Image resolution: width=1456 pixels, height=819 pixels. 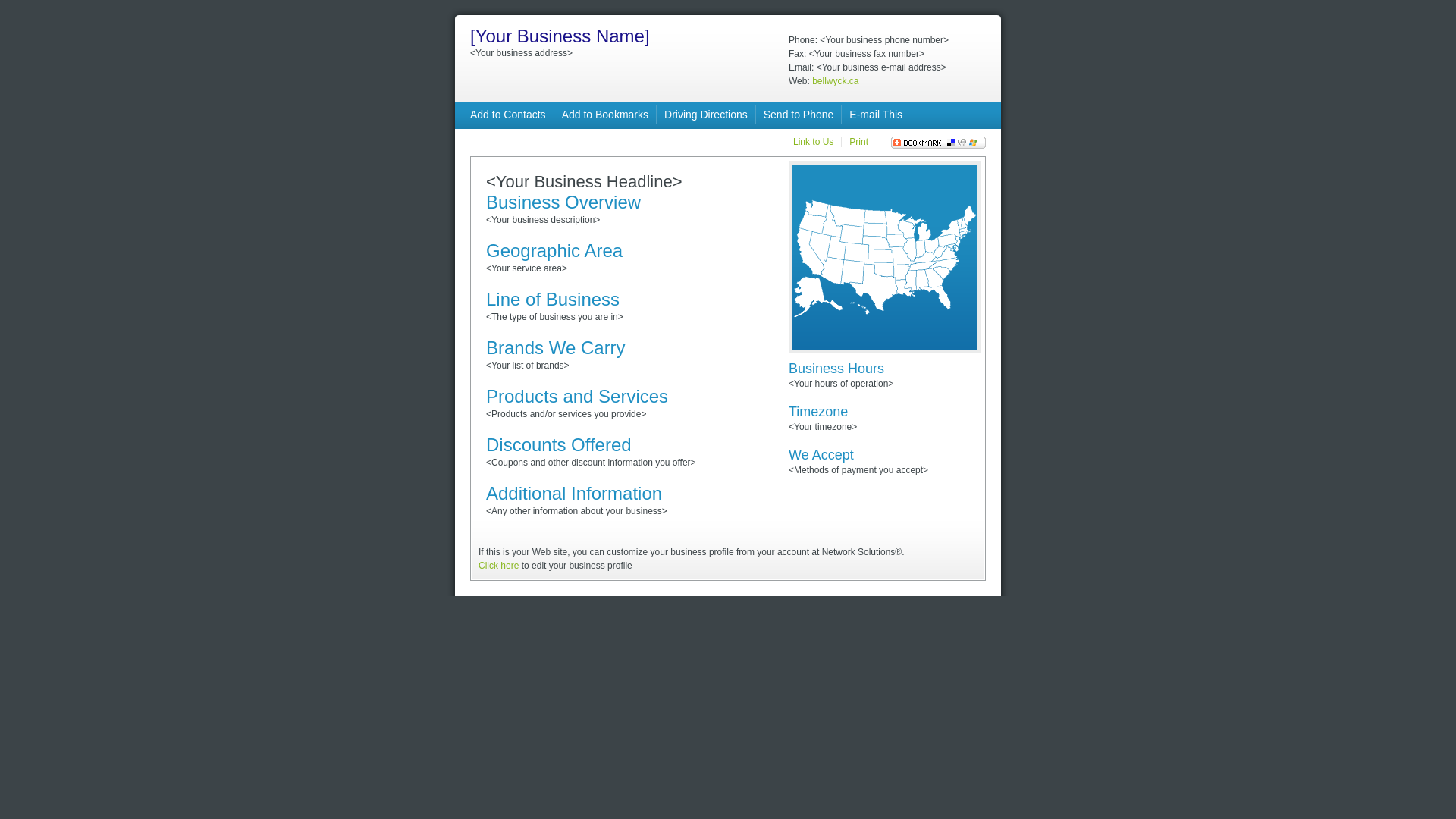 I want to click on 'E-mail This', so click(x=876, y=113).